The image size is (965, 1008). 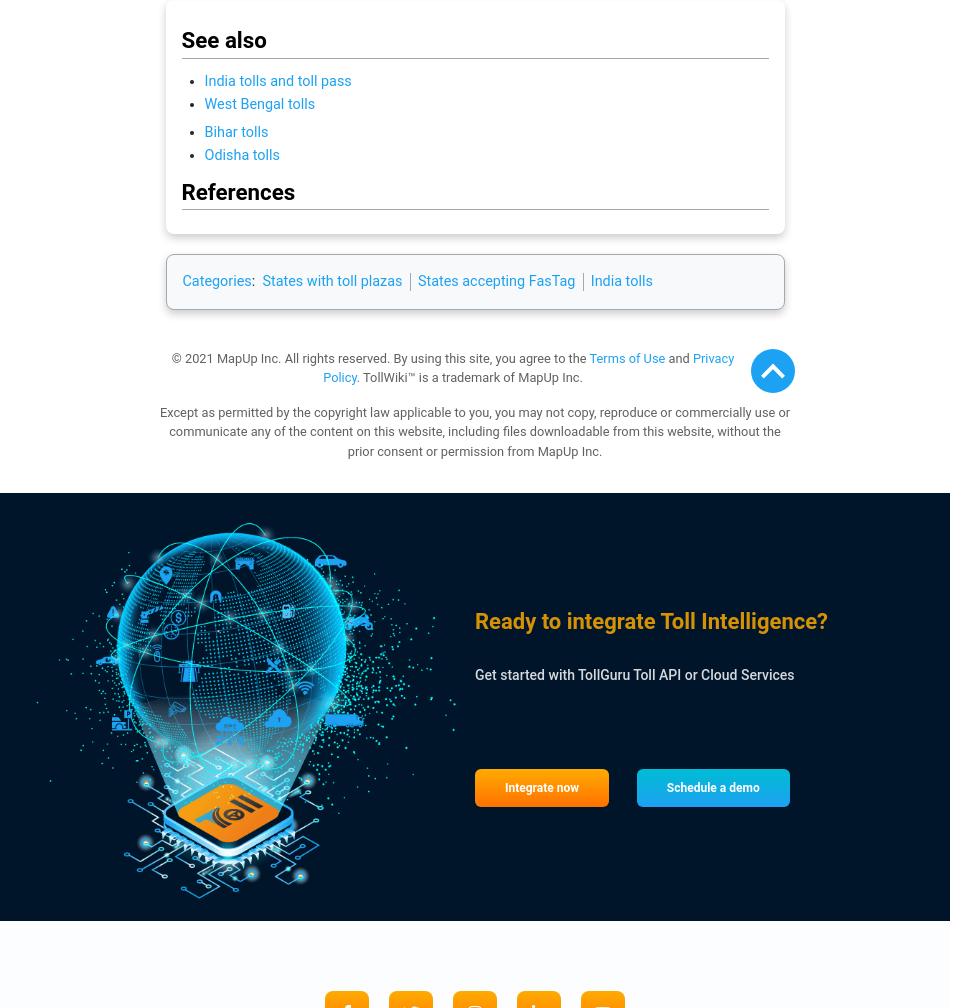 What do you see at coordinates (204, 104) in the screenshot?
I see `'West Bengal tolls'` at bounding box center [204, 104].